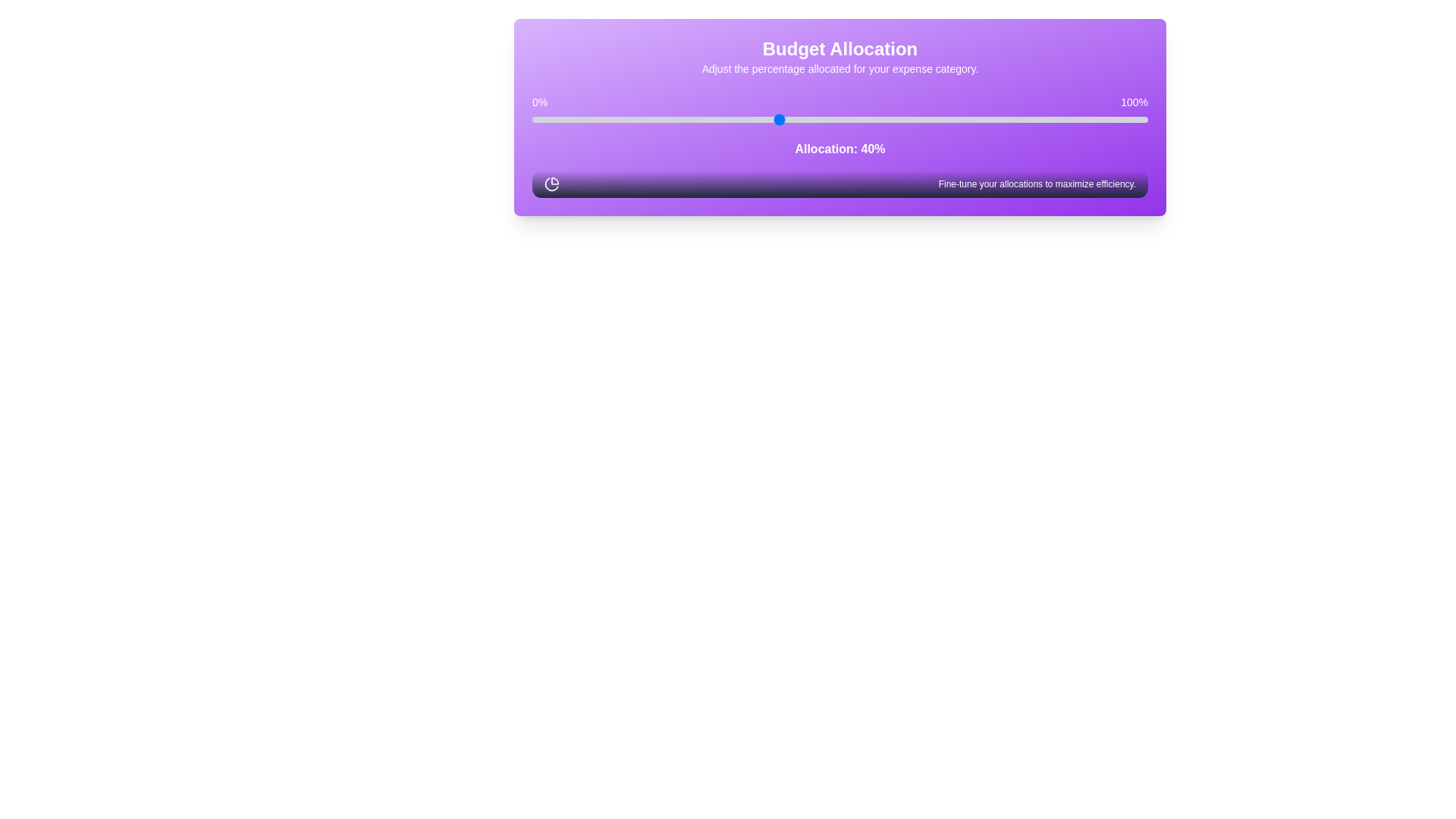  I want to click on the Slider component labeled 'Allocation: 40%' within the 'Budget Allocation' purple panel, so click(839, 125).